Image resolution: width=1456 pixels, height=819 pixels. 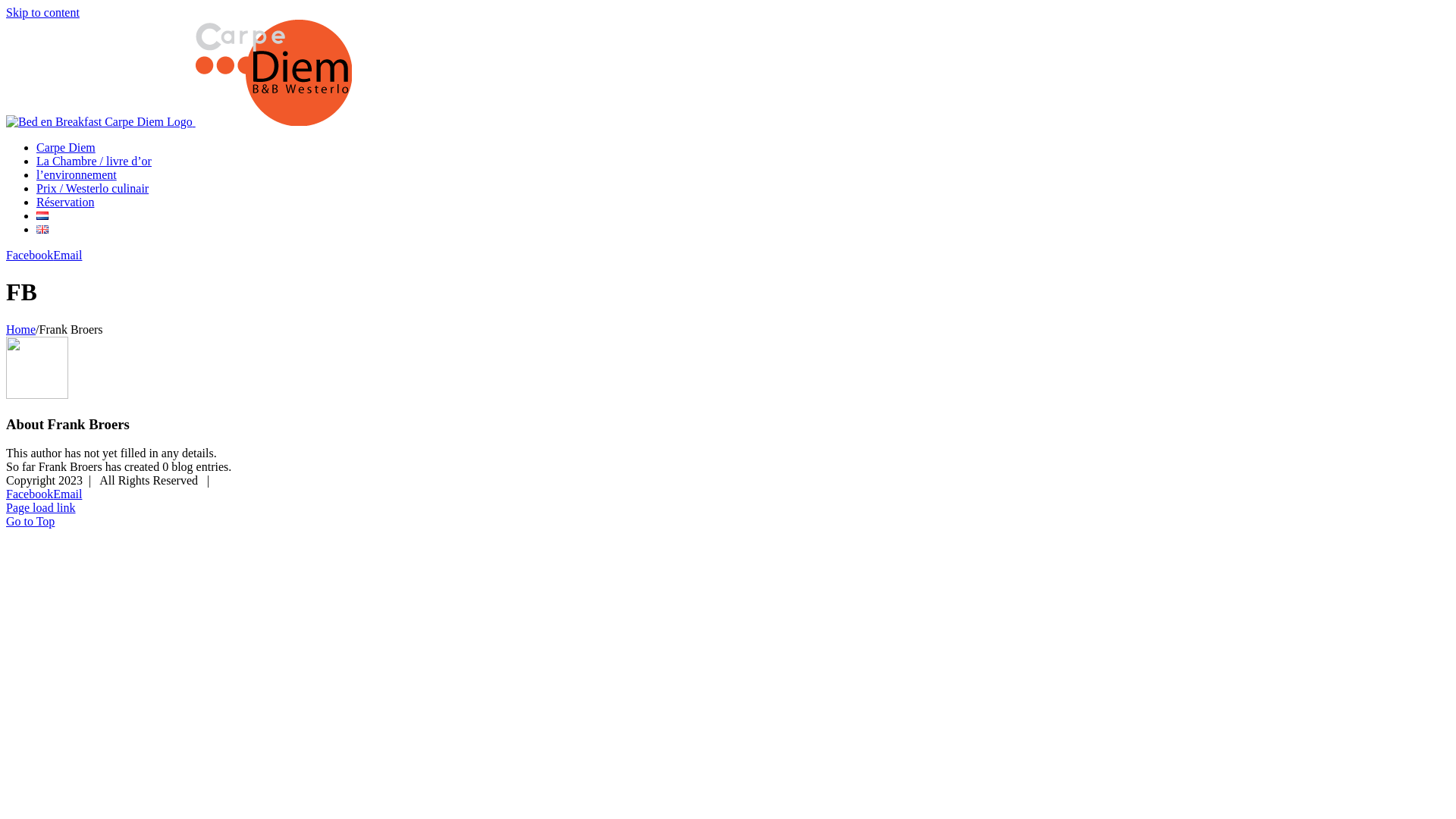 What do you see at coordinates (91, 187) in the screenshot?
I see `'Prix / Westerlo culinair'` at bounding box center [91, 187].